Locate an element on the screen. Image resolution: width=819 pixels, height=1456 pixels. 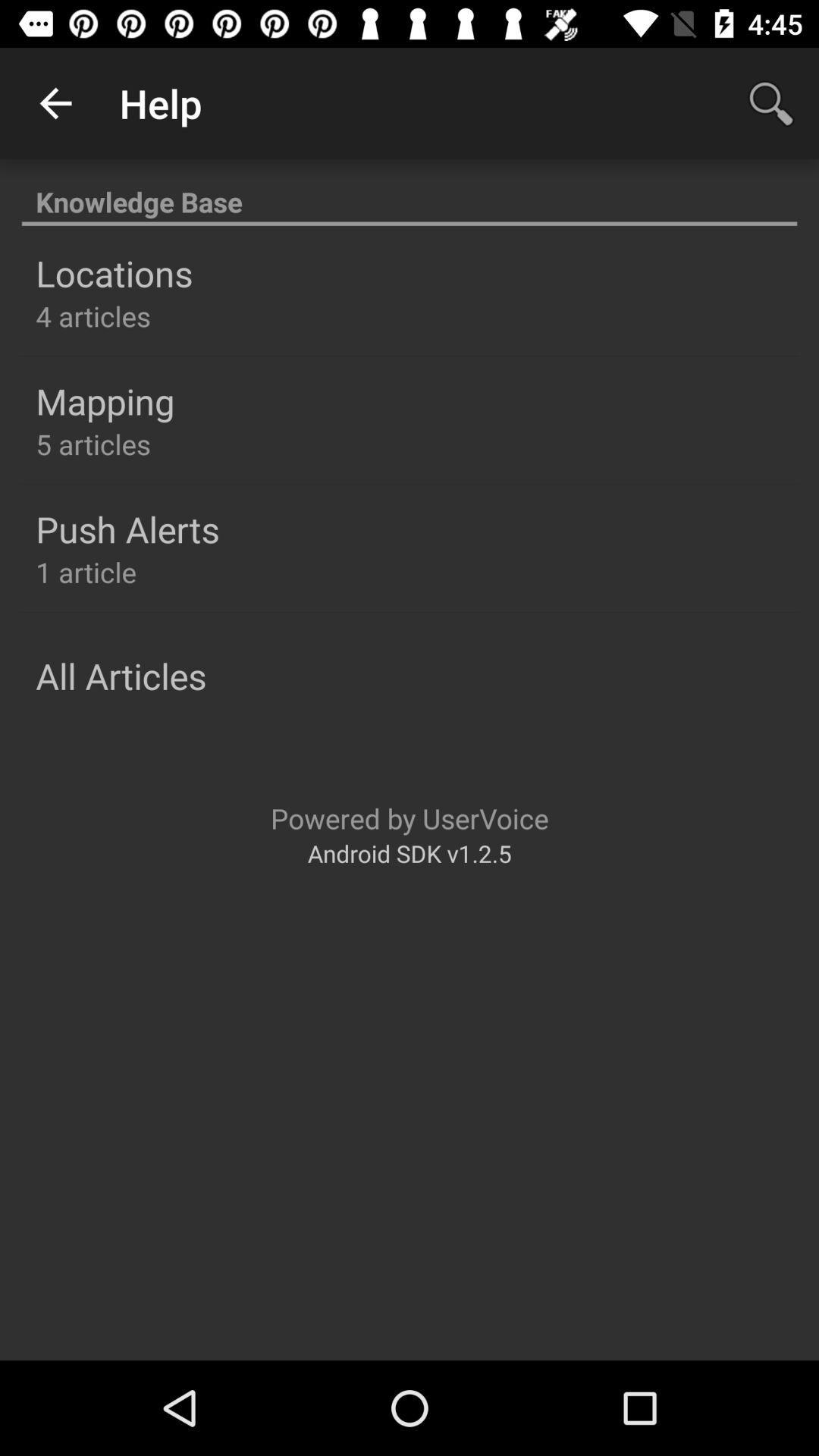
the locations icon is located at coordinates (113, 273).